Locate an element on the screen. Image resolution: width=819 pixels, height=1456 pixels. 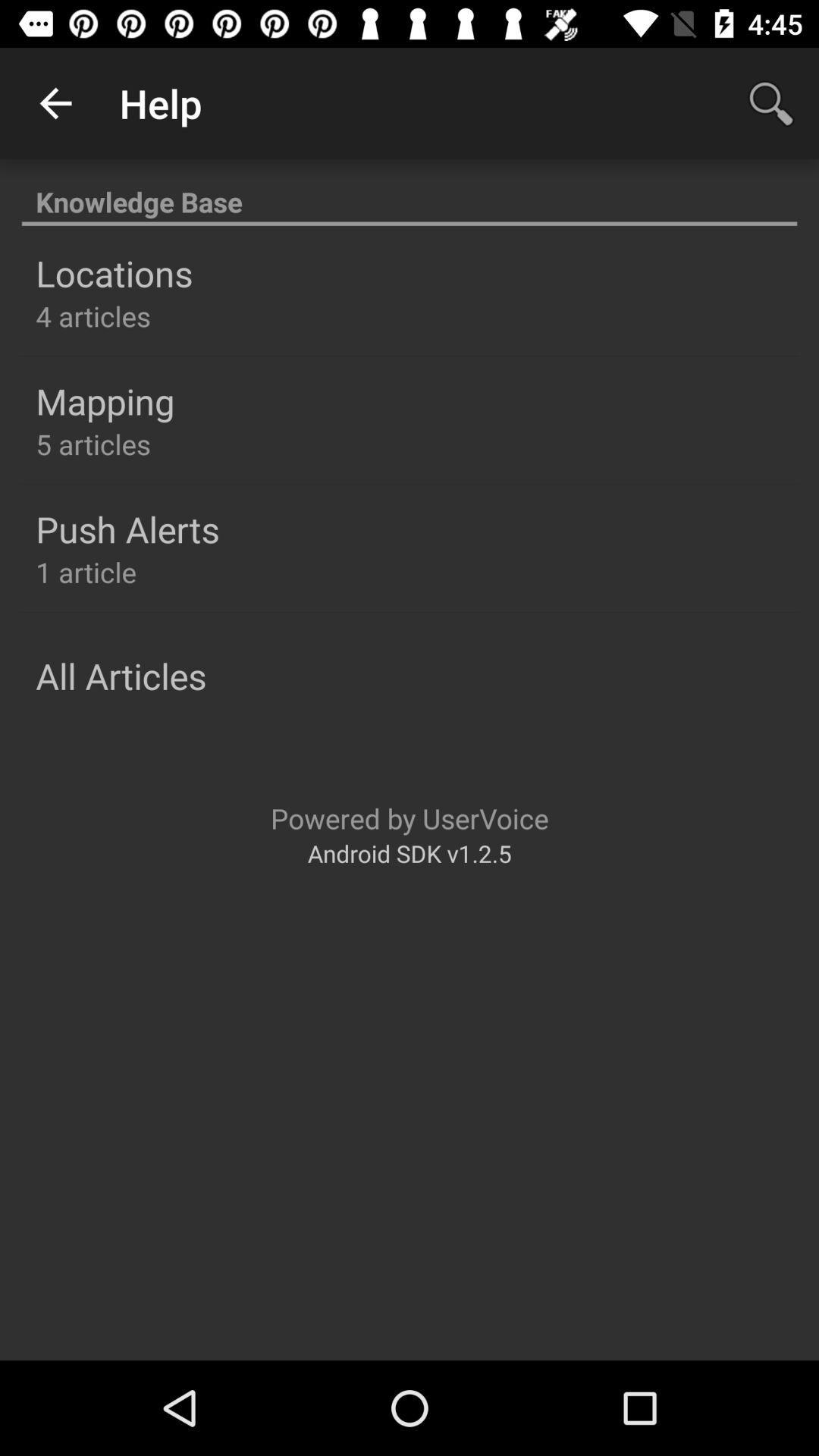
the locations icon is located at coordinates (113, 273).